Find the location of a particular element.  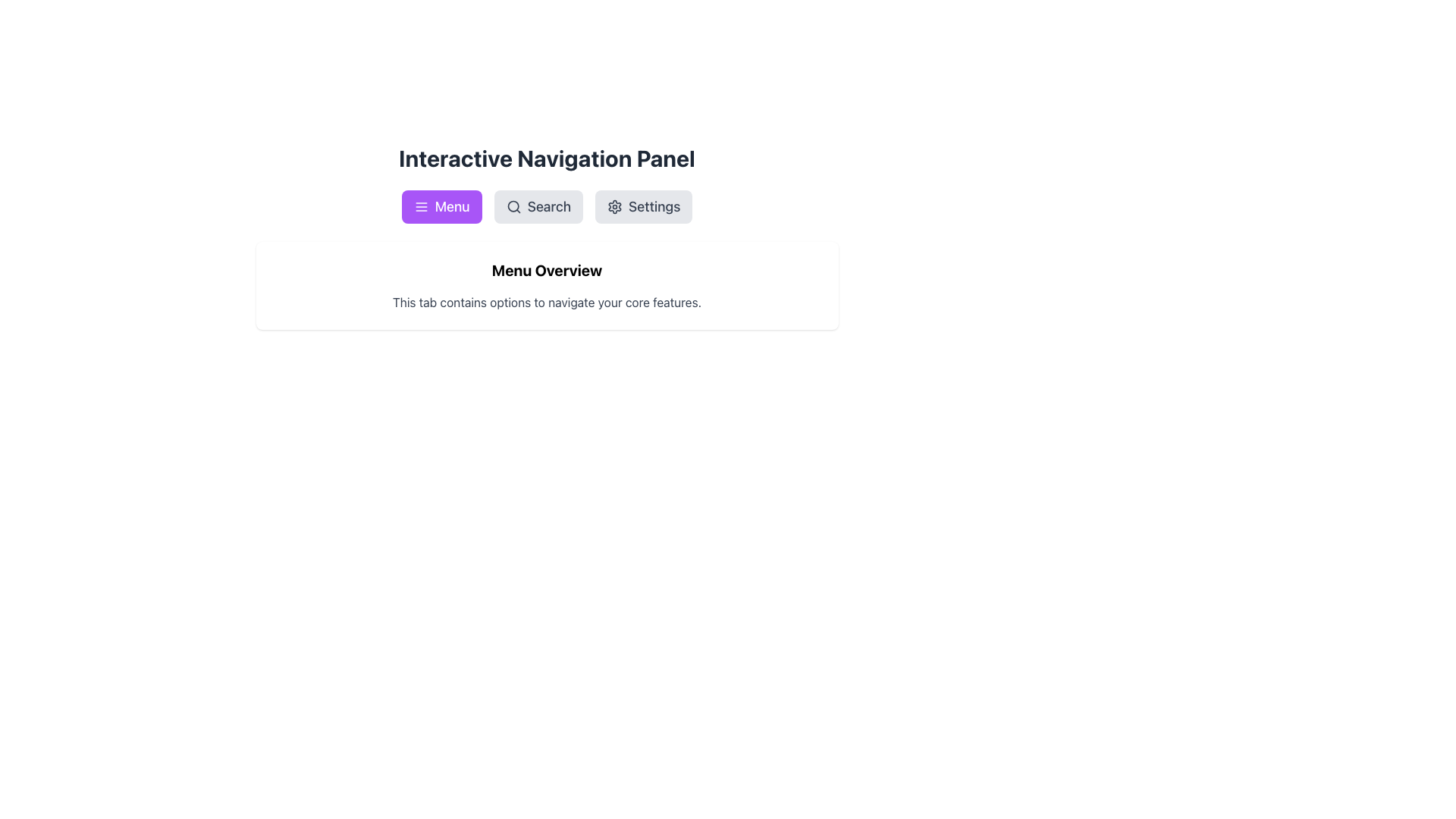

the third navigation button is located at coordinates (644, 207).